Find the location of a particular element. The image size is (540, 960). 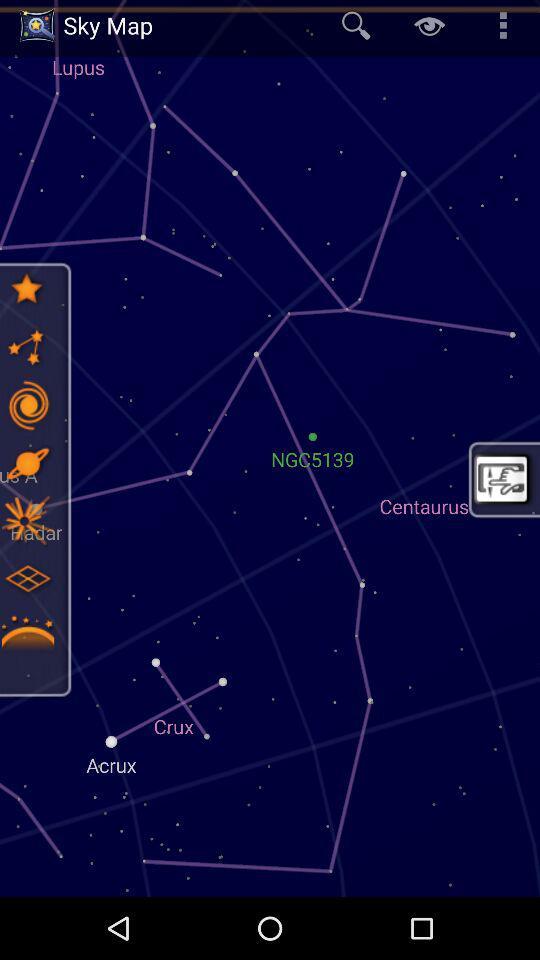

the layers icon is located at coordinates (26, 578).